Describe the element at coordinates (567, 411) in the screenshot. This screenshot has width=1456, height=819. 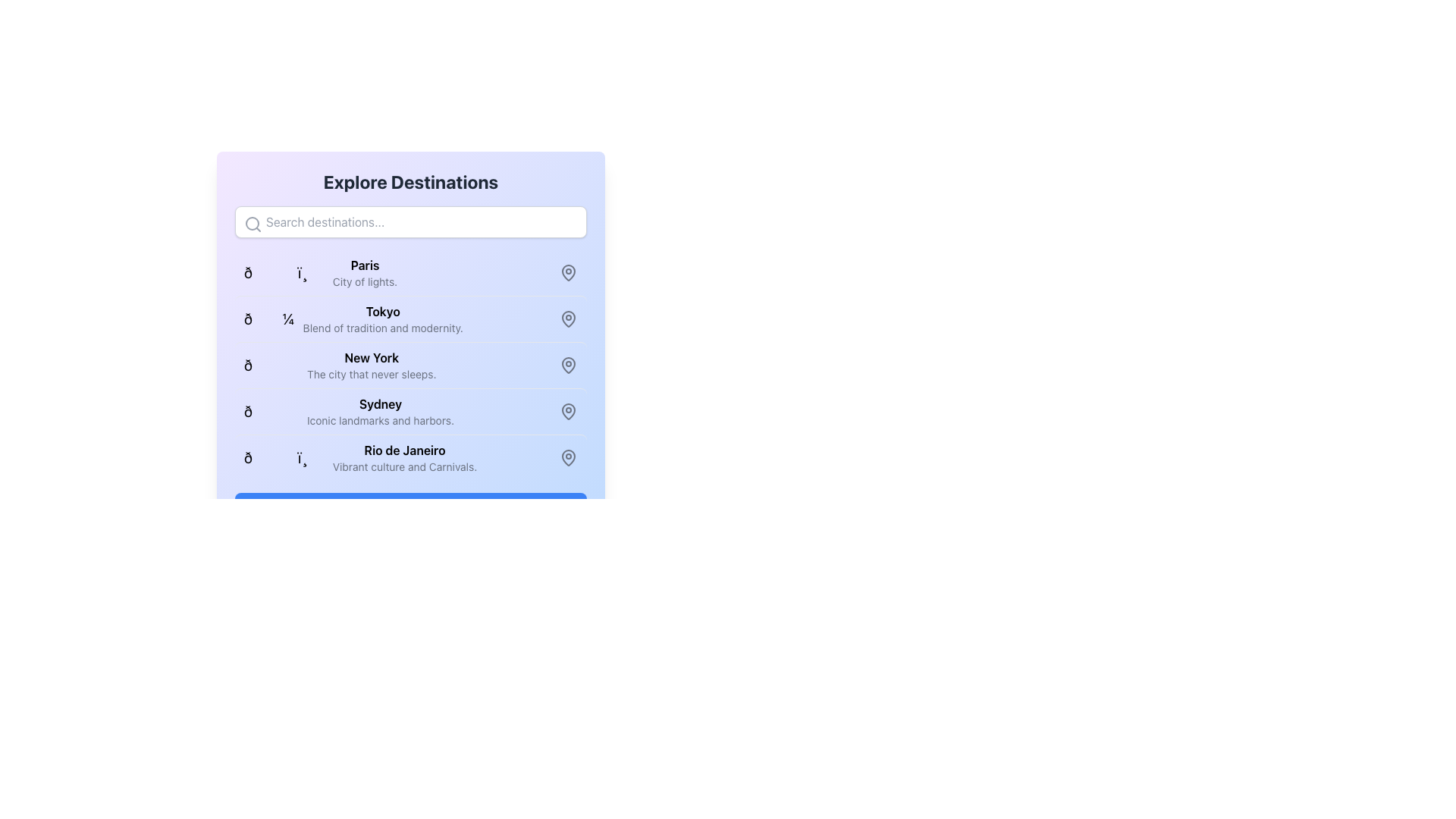
I see `the graphical sub-component of the map pin icon associated with 'Sydney' in the location-based interface, positioned to the right of the text 'Iconic landmarks and harbors.'` at that location.